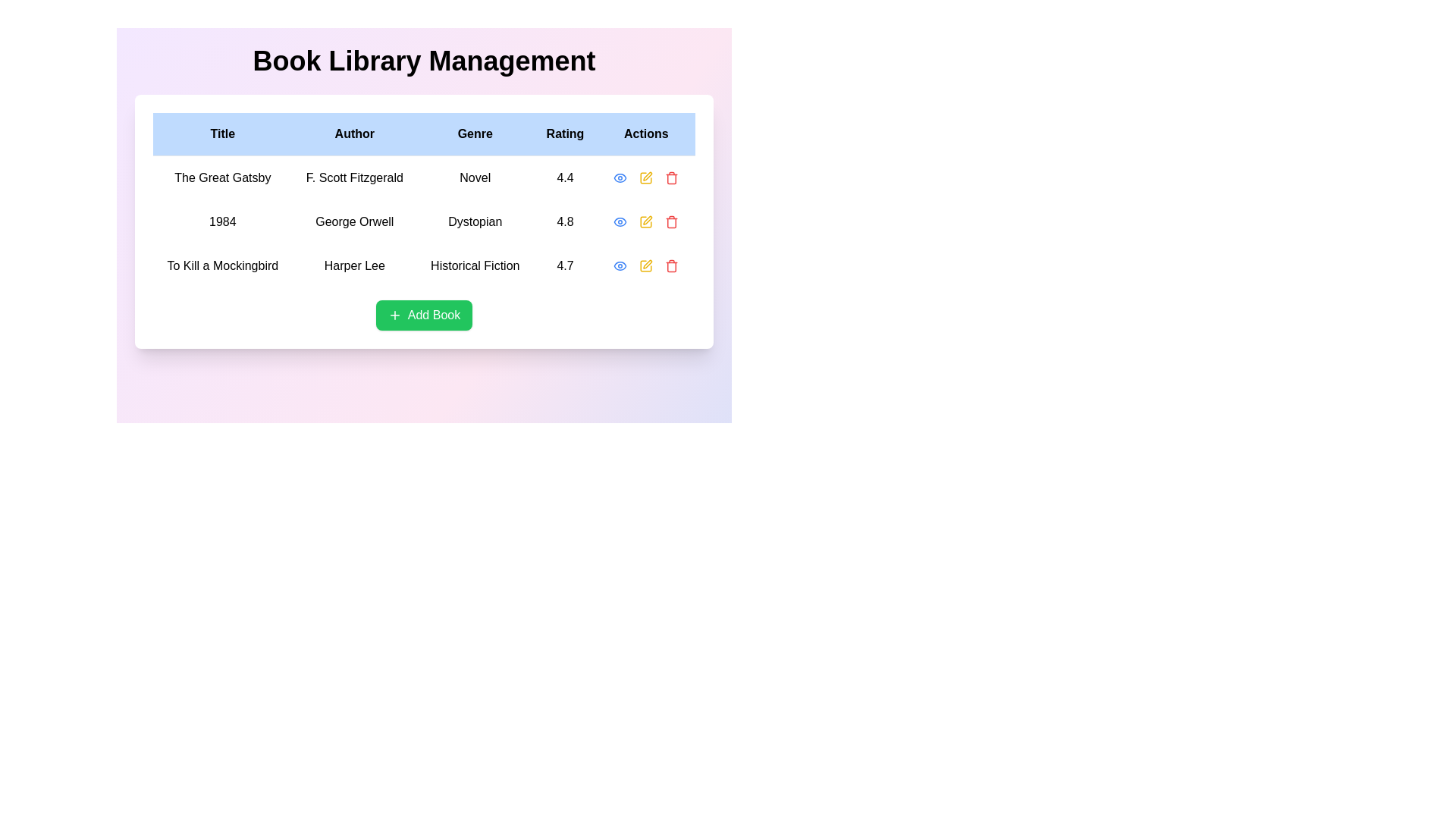  Describe the element at coordinates (424, 315) in the screenshot. I see `the 'Add New Book' button located at the bottom center of the interface` at that location.